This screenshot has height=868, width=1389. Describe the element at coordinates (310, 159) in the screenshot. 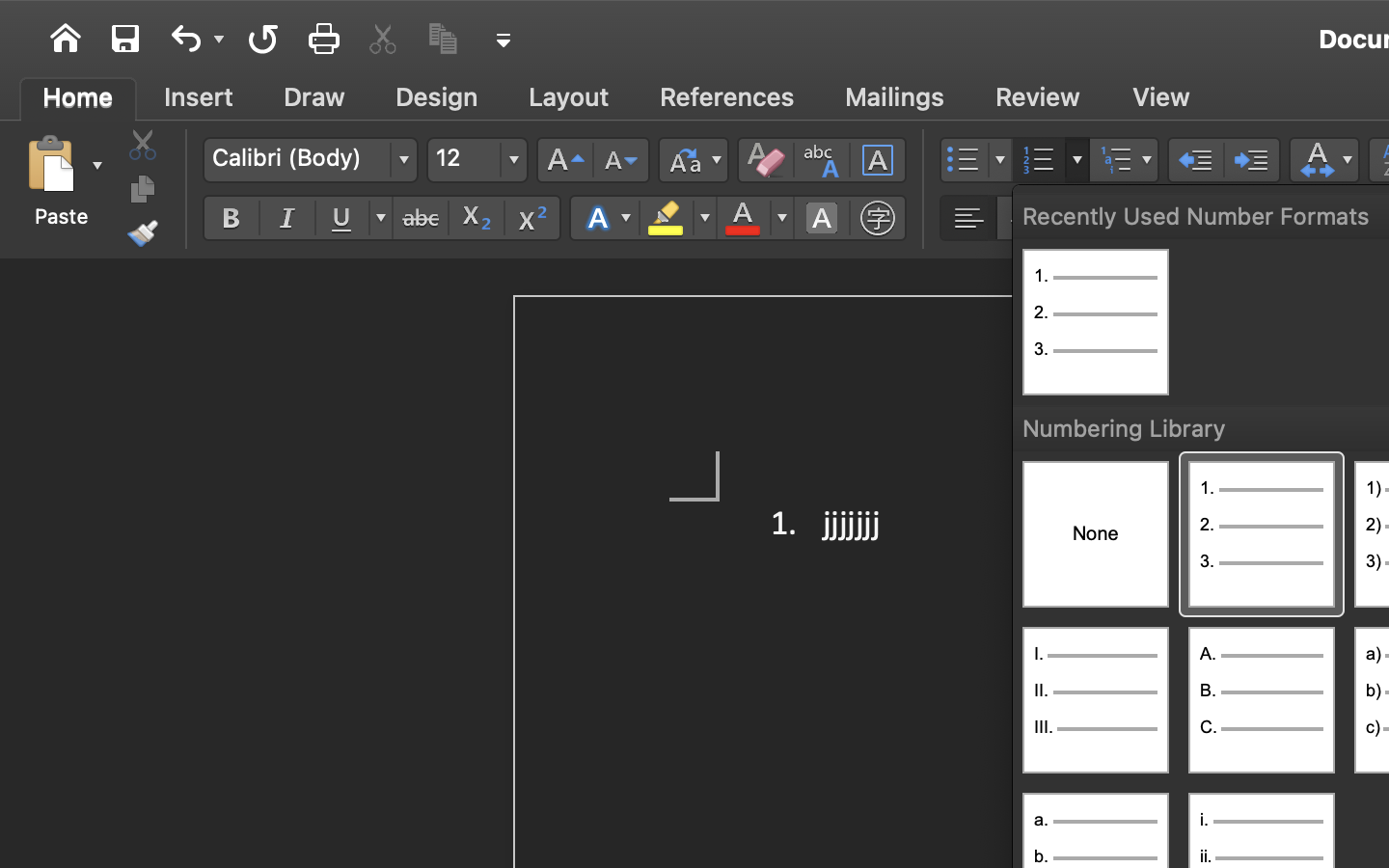

I see `'Calibri (Body)'` at that location.